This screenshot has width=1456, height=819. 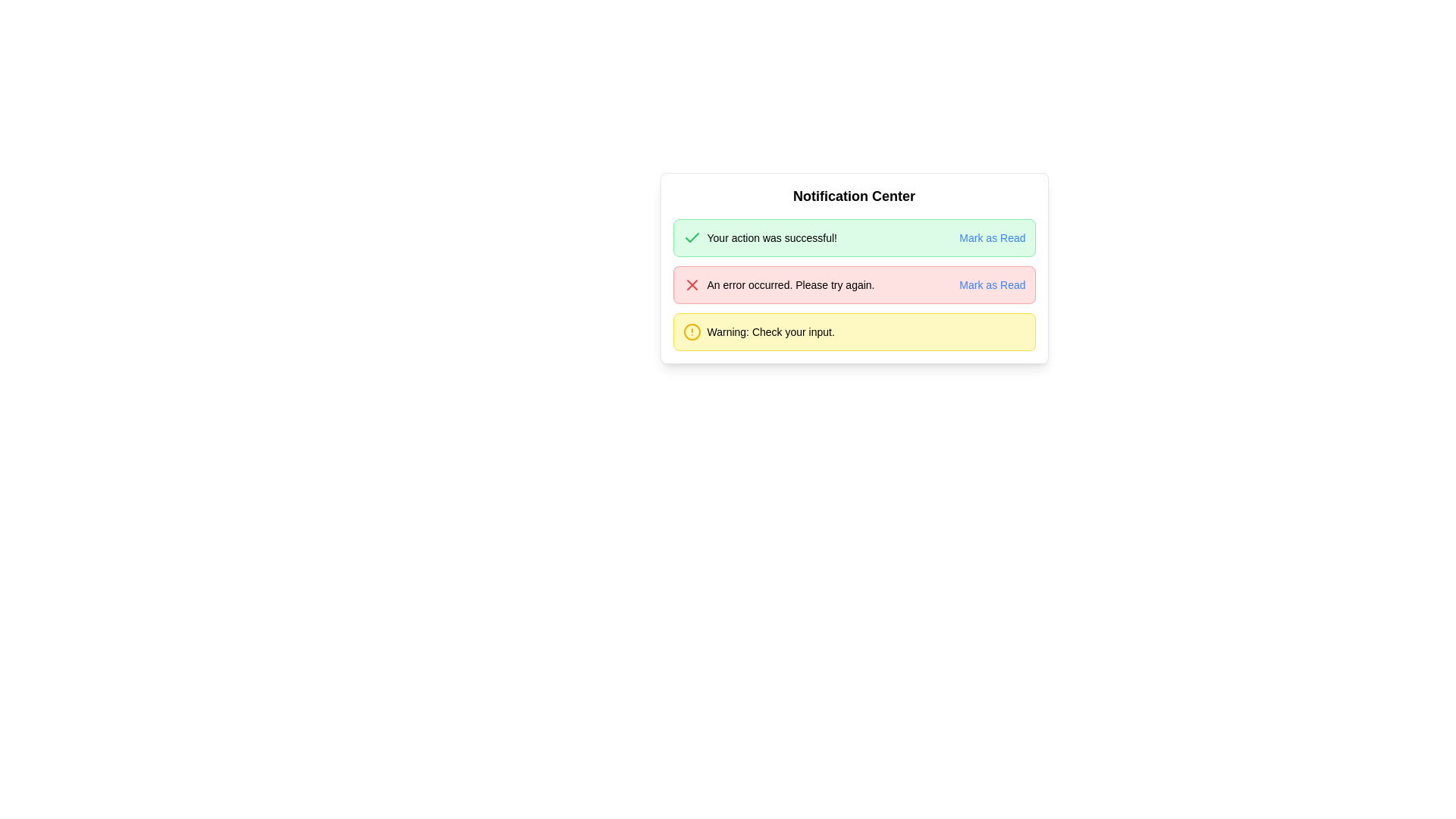 I want to click on the checkmark icon in the notification panel that indicates a success message, which is styled in bold green and is positioned to the left of the text 'Your action was successful!', so click(x=691, y=237).